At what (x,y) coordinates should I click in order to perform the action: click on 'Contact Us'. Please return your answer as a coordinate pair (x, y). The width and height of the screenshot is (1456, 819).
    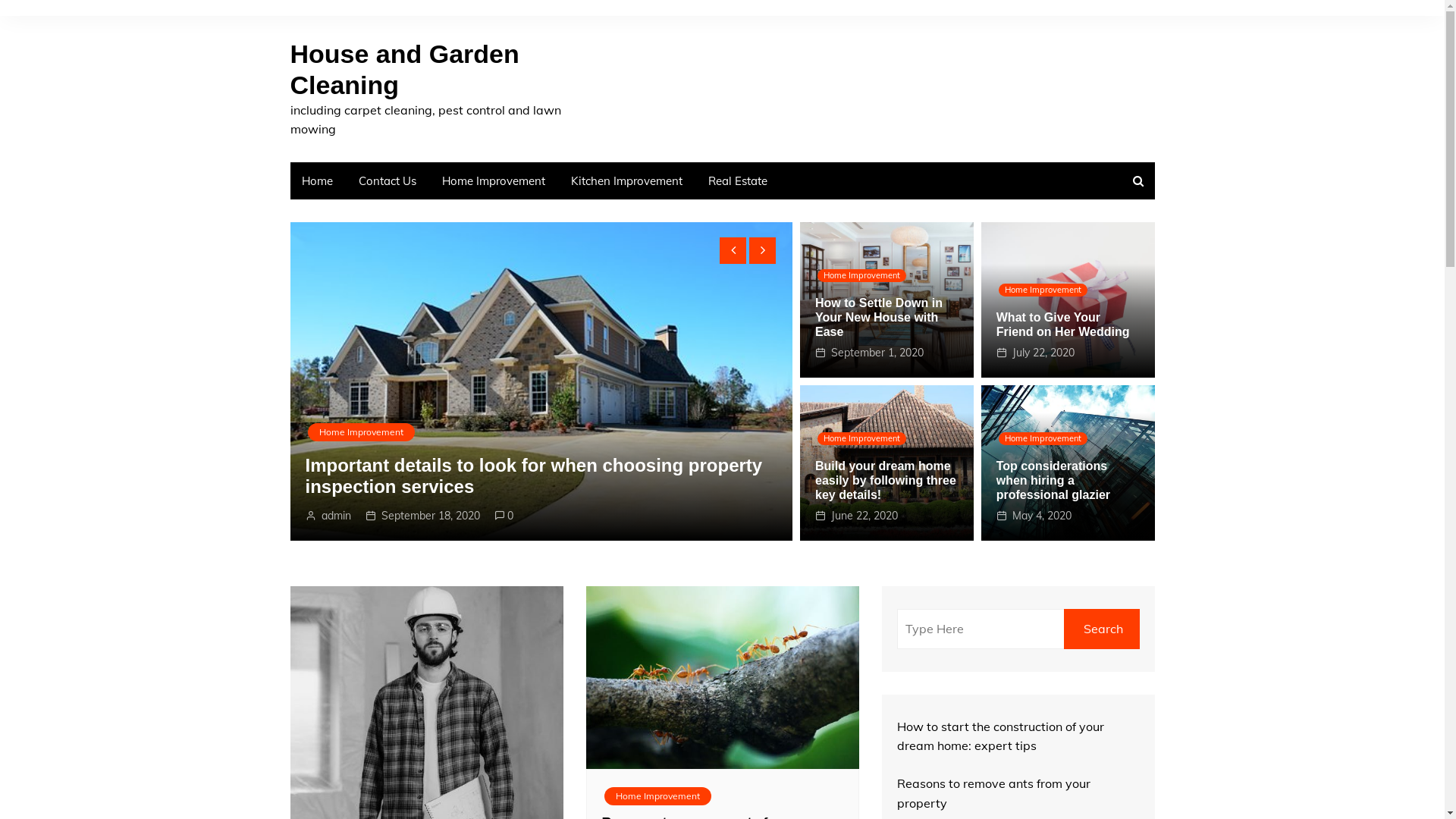
    Looking at the image, I should click on (387, 180).